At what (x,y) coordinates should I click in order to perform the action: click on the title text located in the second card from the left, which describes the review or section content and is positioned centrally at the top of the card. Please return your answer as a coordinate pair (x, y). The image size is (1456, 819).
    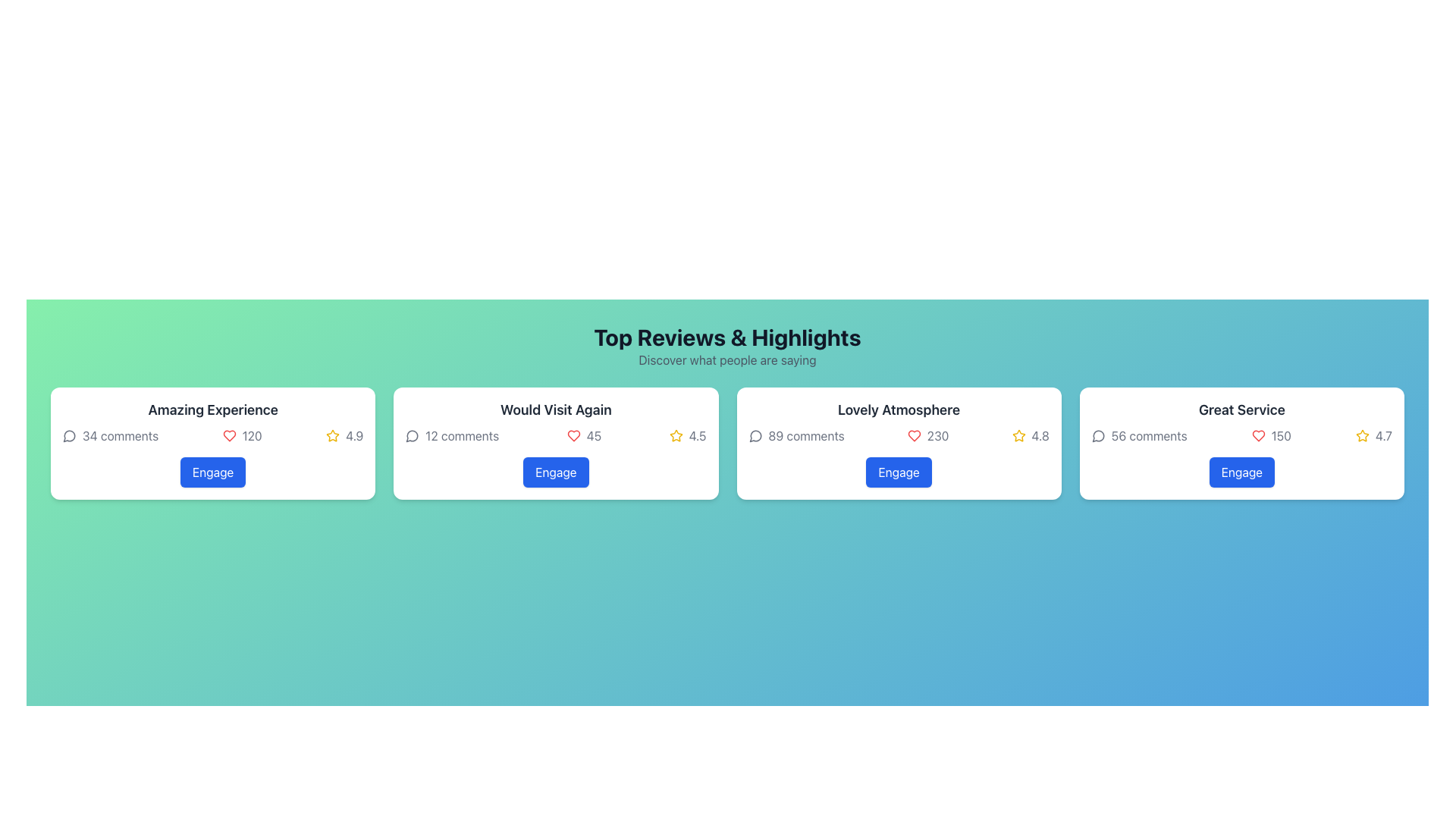
    Looking at the image, I should click on (555, 409).